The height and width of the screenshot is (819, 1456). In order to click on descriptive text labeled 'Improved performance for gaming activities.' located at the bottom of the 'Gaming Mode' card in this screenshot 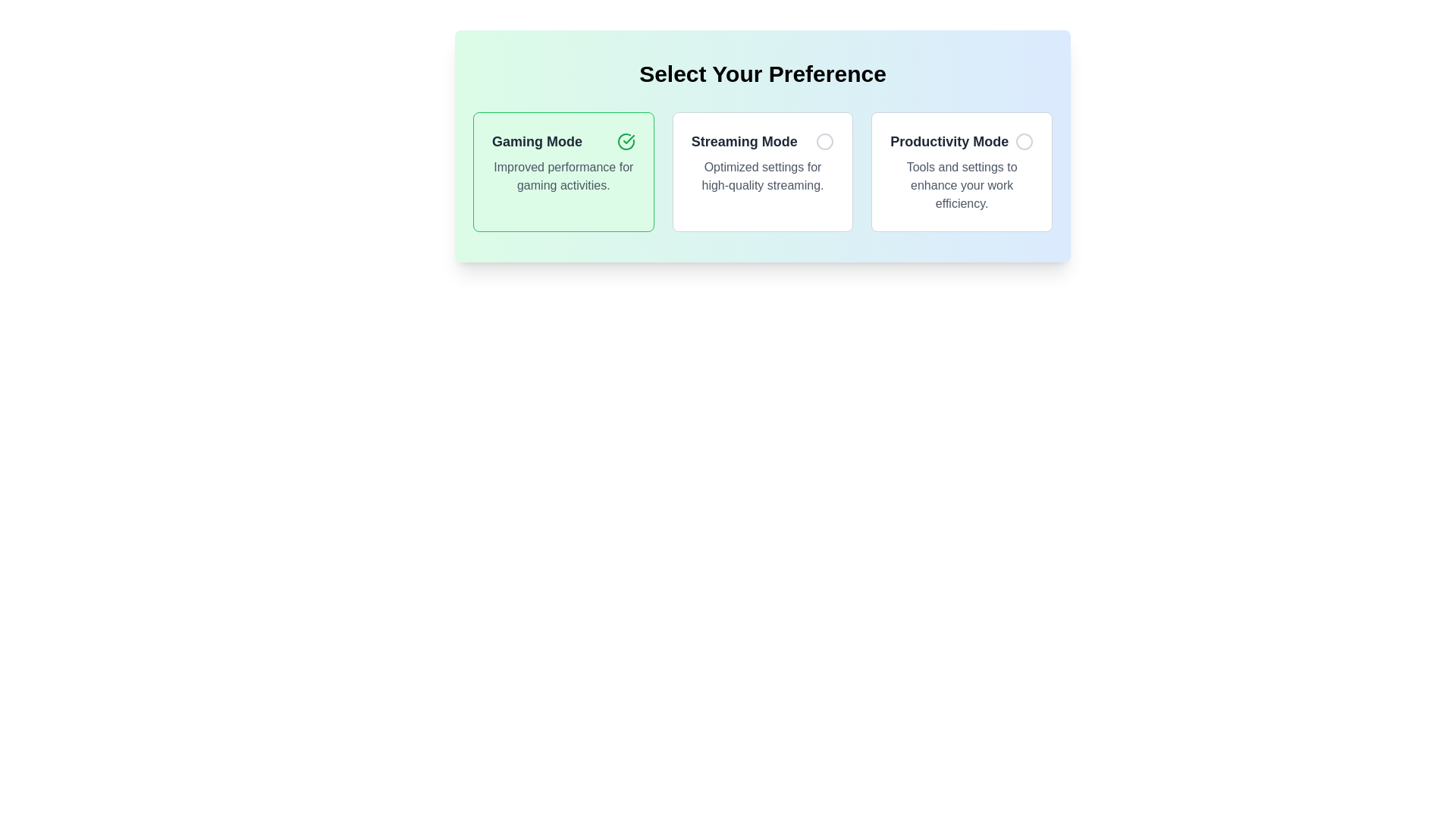, I will do `click(563, 175)`.